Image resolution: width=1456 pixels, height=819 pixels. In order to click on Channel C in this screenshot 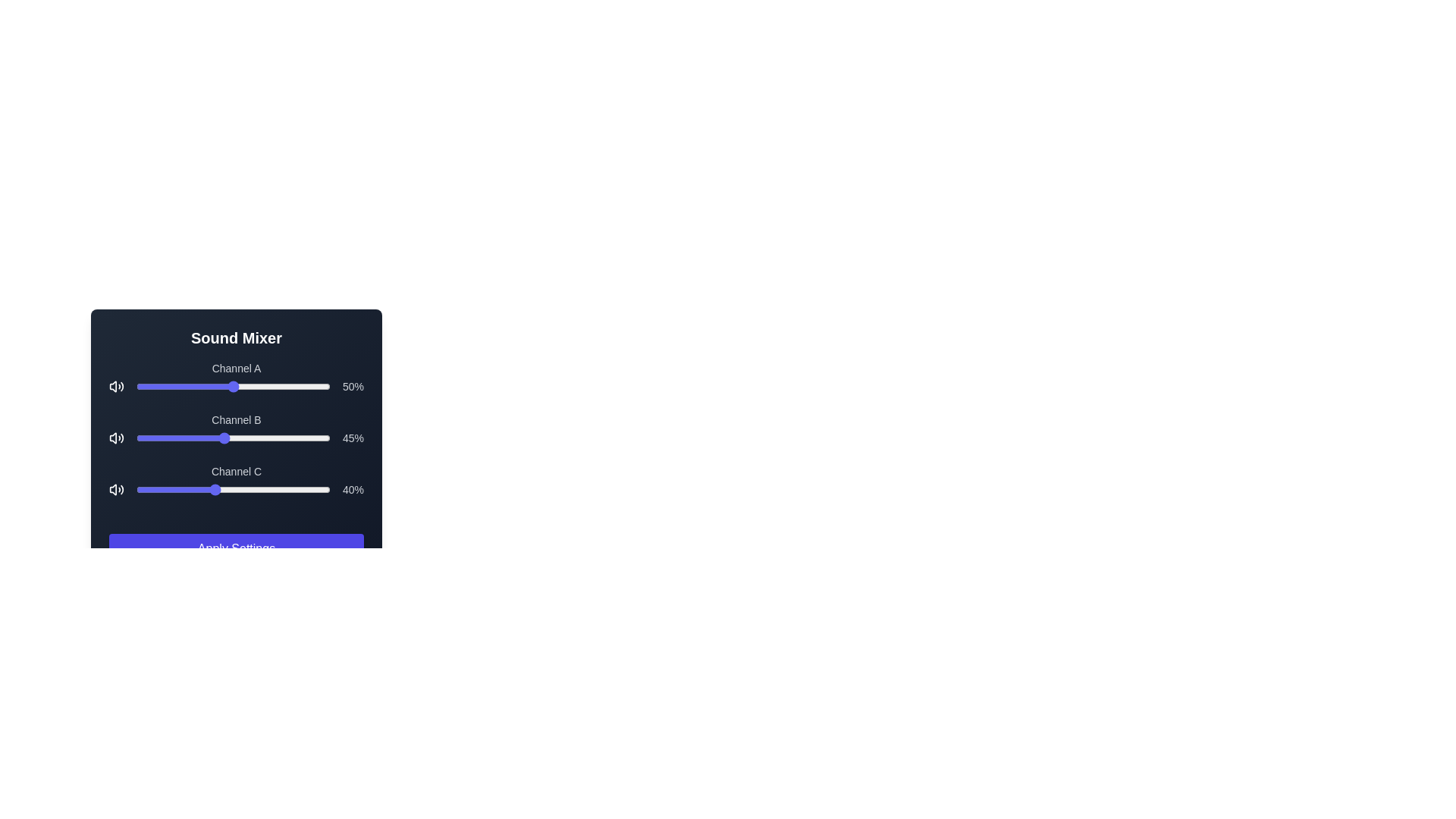, I will do `click(148, 489)`.